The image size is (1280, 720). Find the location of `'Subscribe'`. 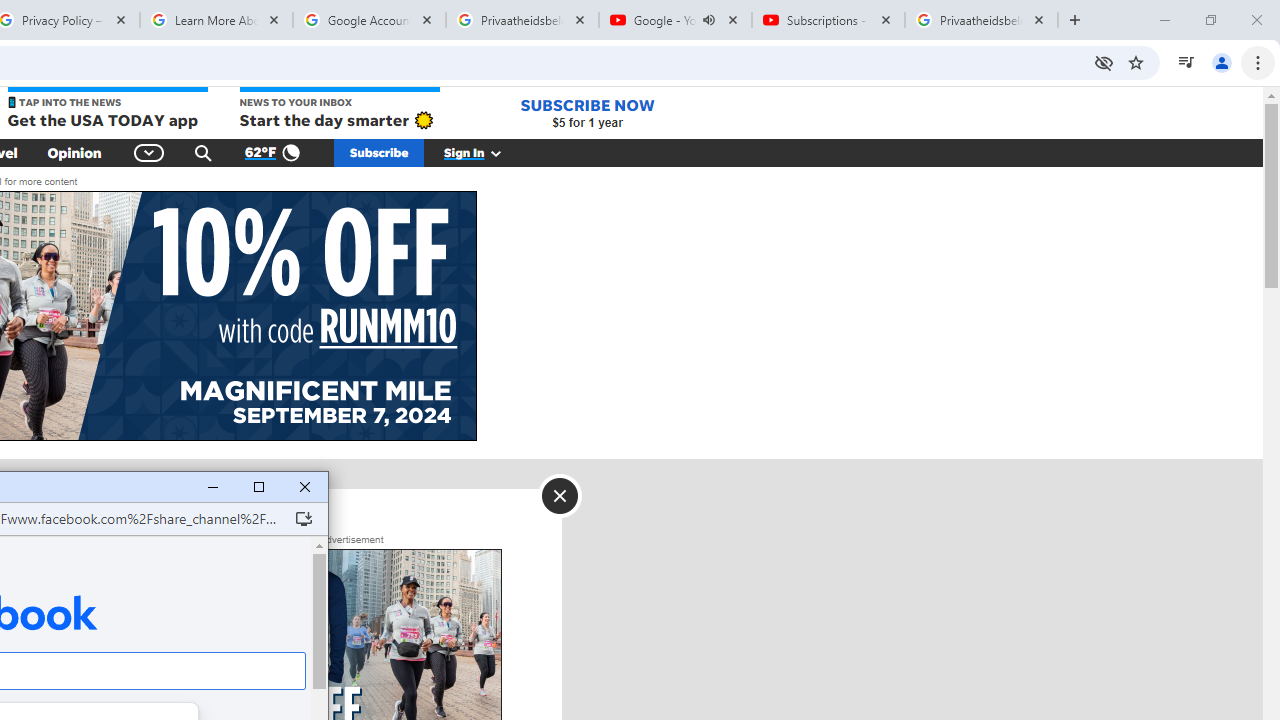

'Subscribe' is located at coordinates (379, 152).